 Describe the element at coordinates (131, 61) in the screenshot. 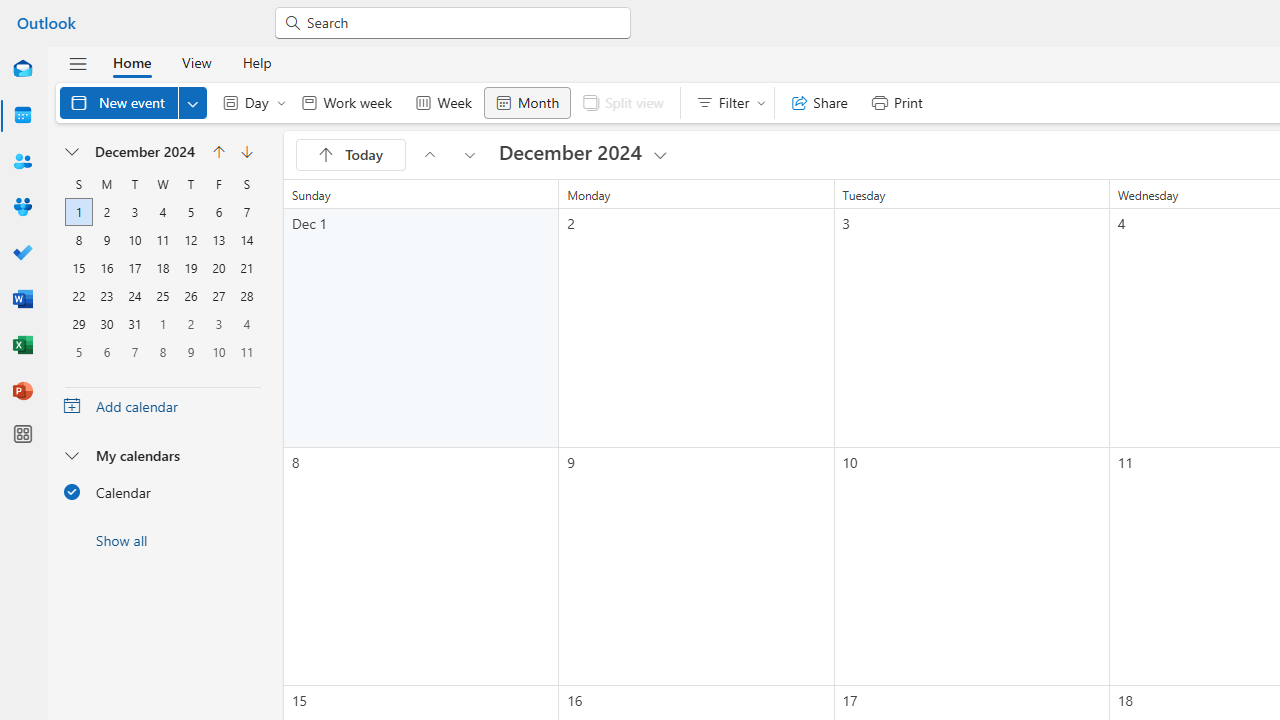

I see `'Home'` at that location.